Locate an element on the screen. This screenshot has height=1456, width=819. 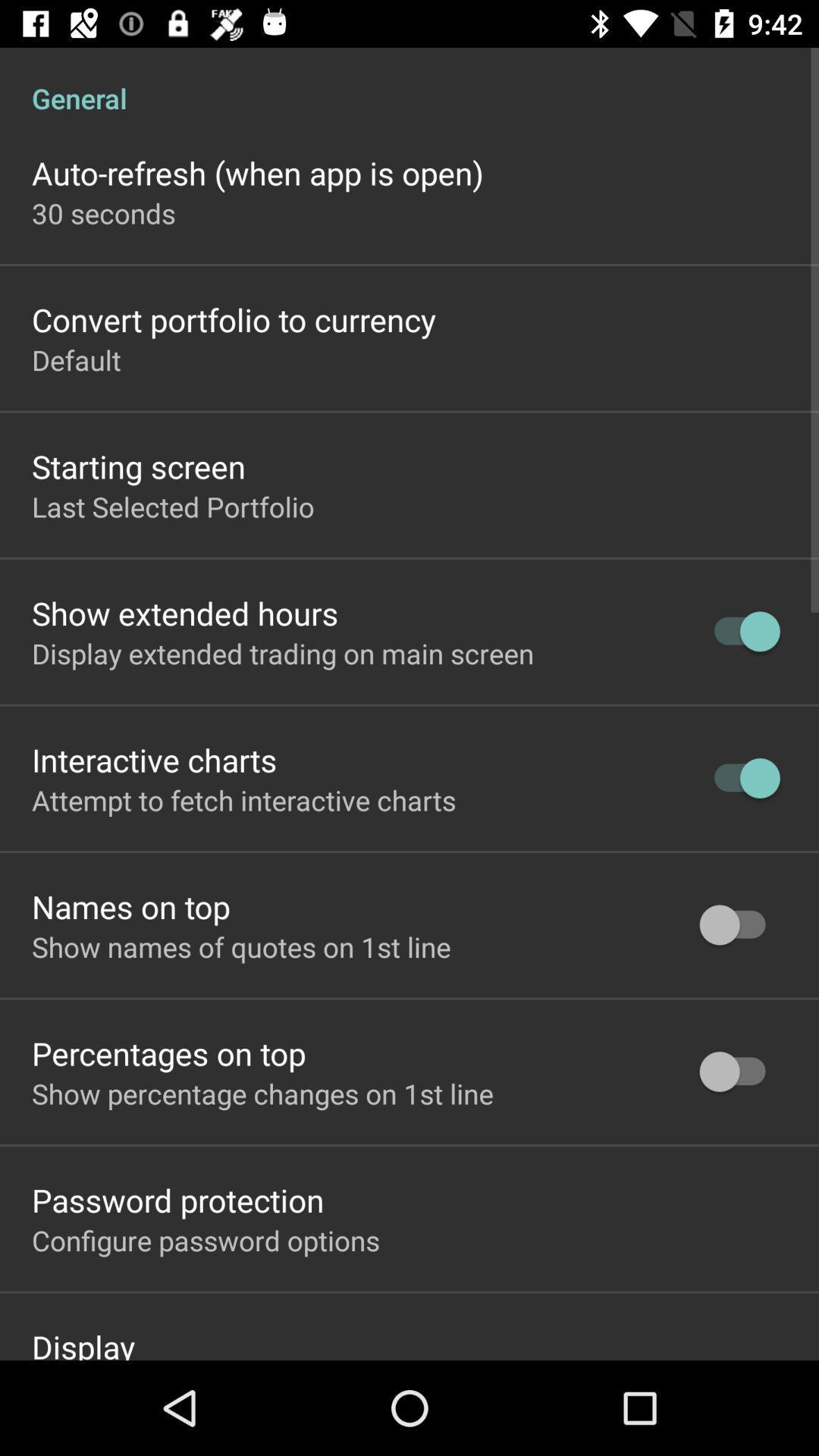
icon below the 30 seconds item is located at coordinates (234, 318).